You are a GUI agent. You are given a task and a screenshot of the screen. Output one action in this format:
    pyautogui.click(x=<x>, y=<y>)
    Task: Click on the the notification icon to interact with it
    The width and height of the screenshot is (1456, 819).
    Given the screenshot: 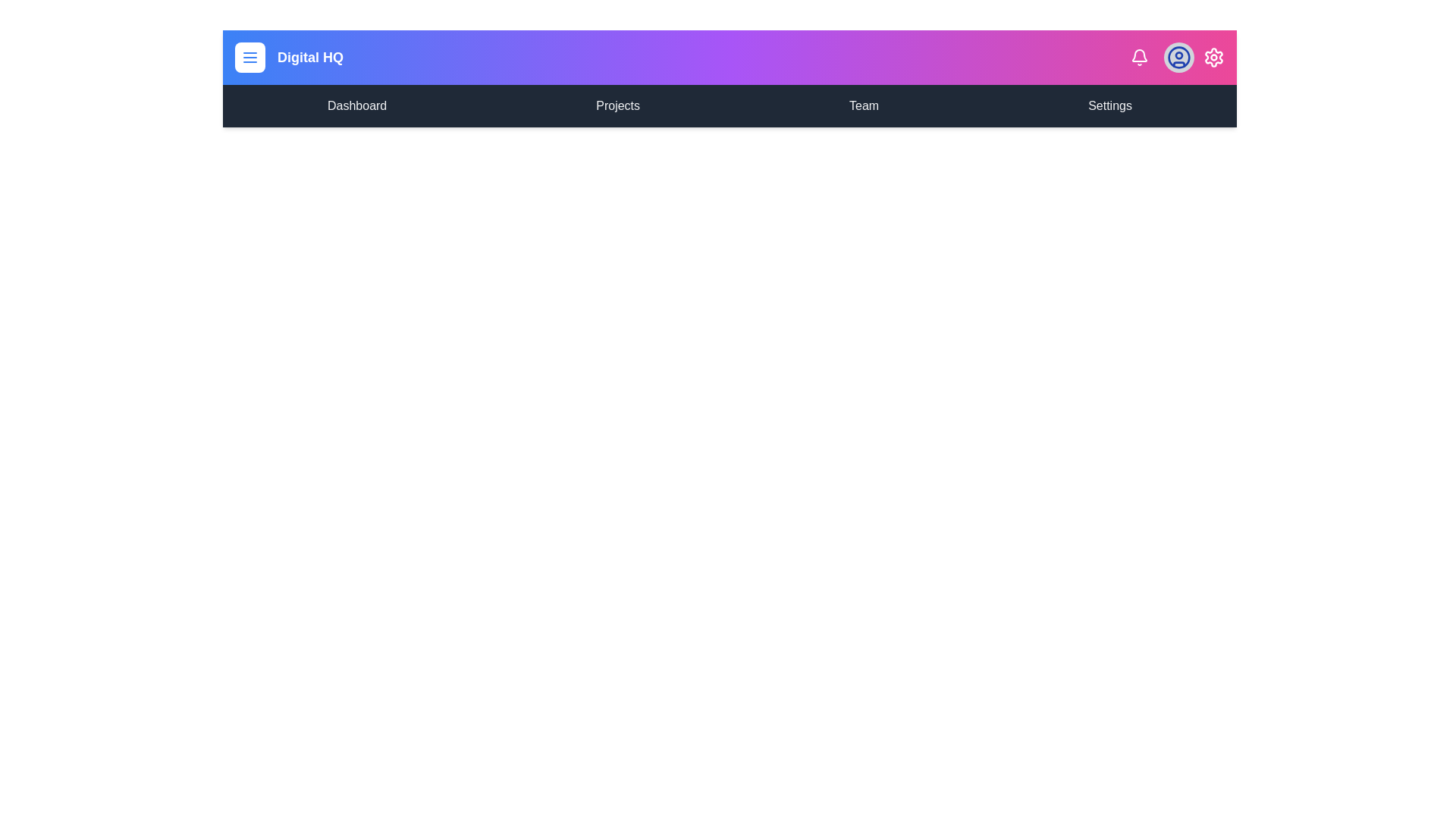 What is the action you would take?
    pyautogui.click(x=1139, y=57)
    